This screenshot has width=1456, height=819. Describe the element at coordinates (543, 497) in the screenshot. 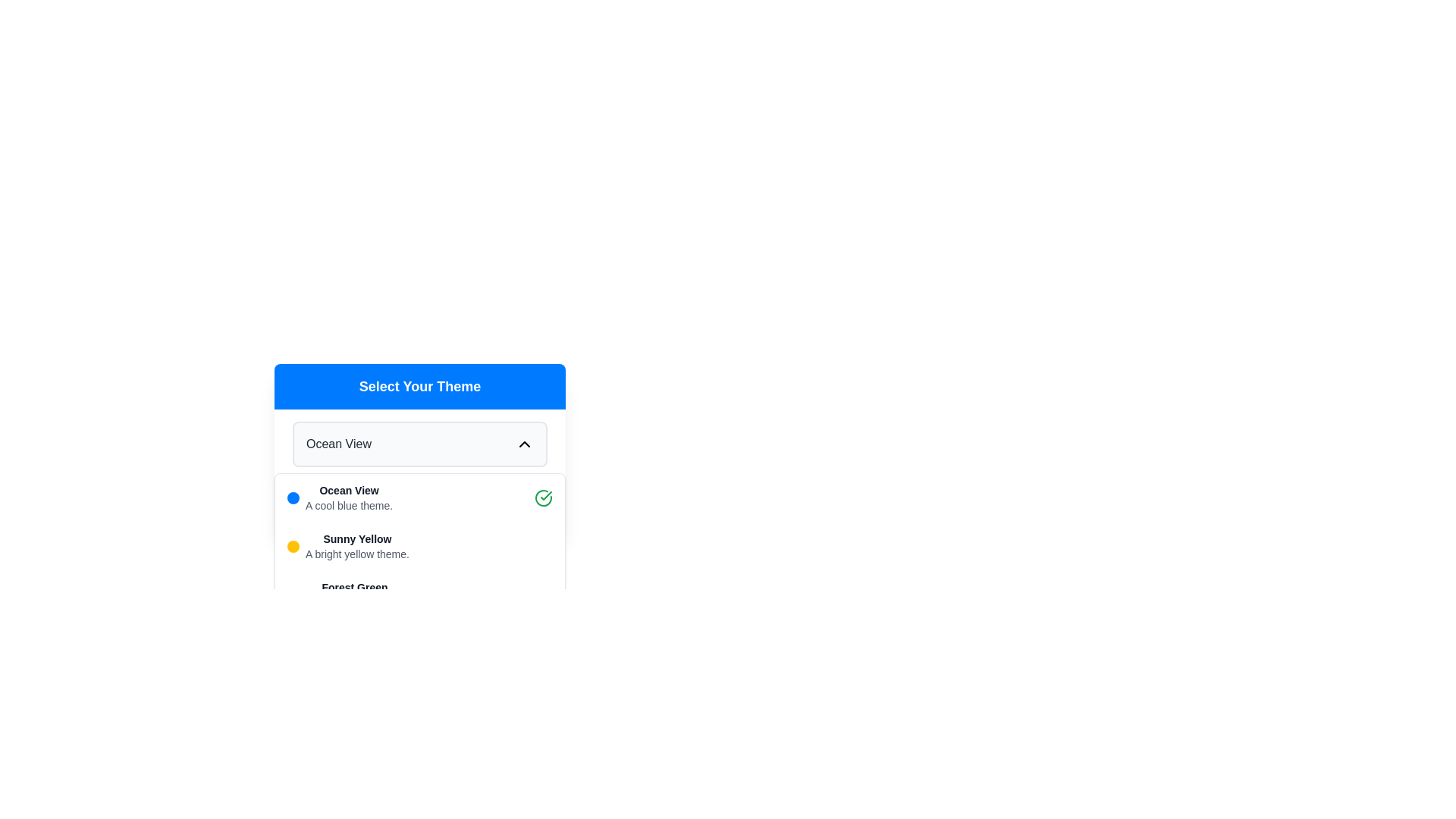

I see `the green checkmark icon inside a circle, which is positioned at the right-hand end of the 'Ocean View' list entry in the theme selector dropdown` at that location.